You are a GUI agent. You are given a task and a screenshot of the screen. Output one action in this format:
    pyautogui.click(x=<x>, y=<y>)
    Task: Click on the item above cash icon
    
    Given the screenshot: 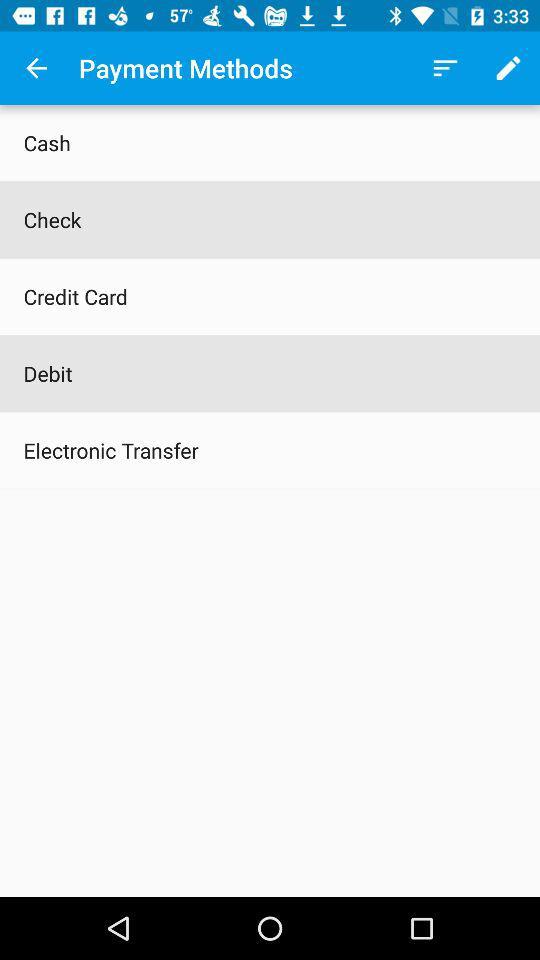 What is the action you would take?
    pyautogui.click(x=36, y=68)
    